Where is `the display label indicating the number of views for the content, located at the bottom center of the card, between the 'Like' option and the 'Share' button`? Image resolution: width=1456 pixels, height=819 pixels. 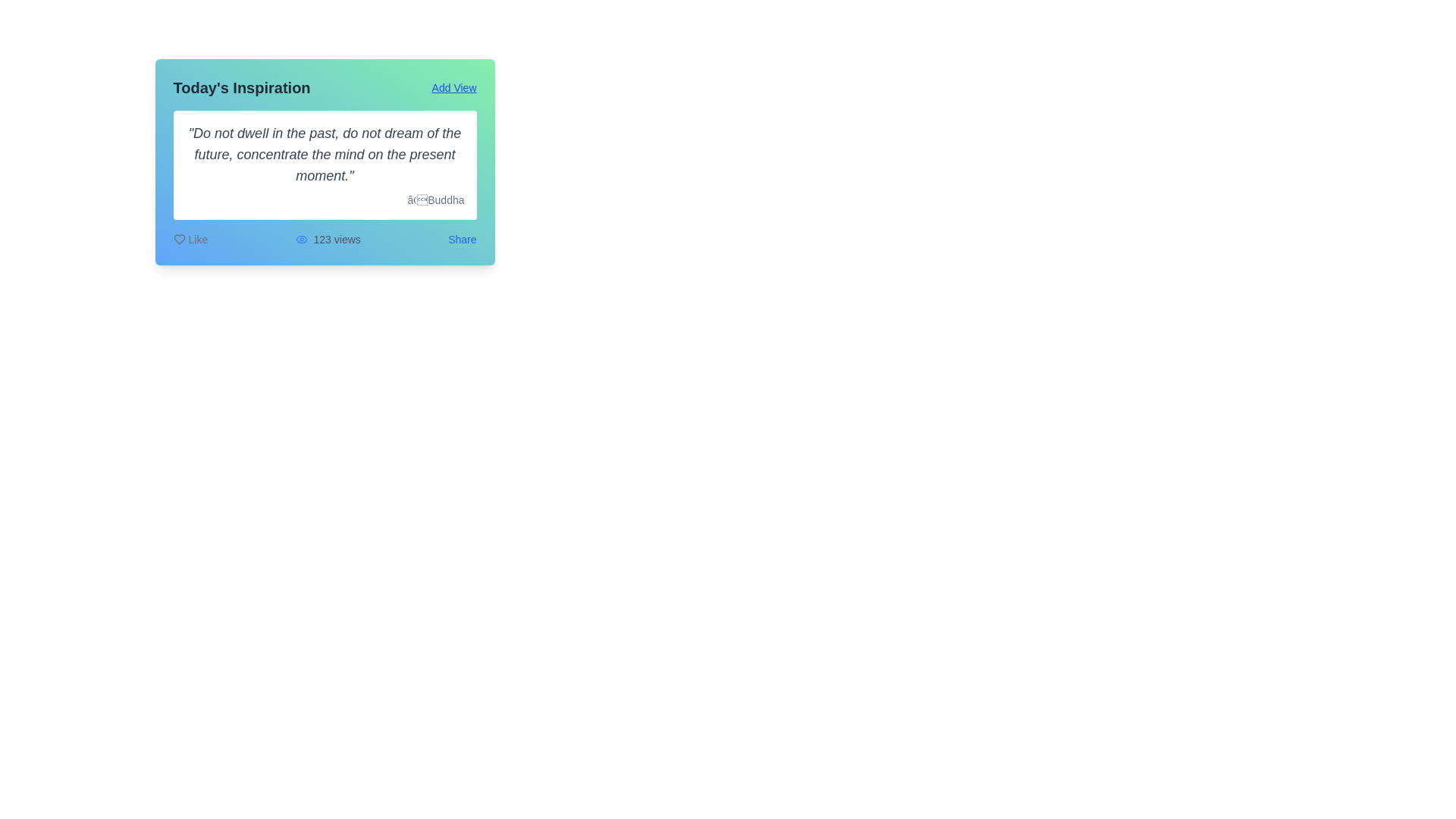
the display label indicating the number of views for the content, located at the bottom center of the card, between the 'Like' option and the 'Share' button is located at coordinates (327, 239).